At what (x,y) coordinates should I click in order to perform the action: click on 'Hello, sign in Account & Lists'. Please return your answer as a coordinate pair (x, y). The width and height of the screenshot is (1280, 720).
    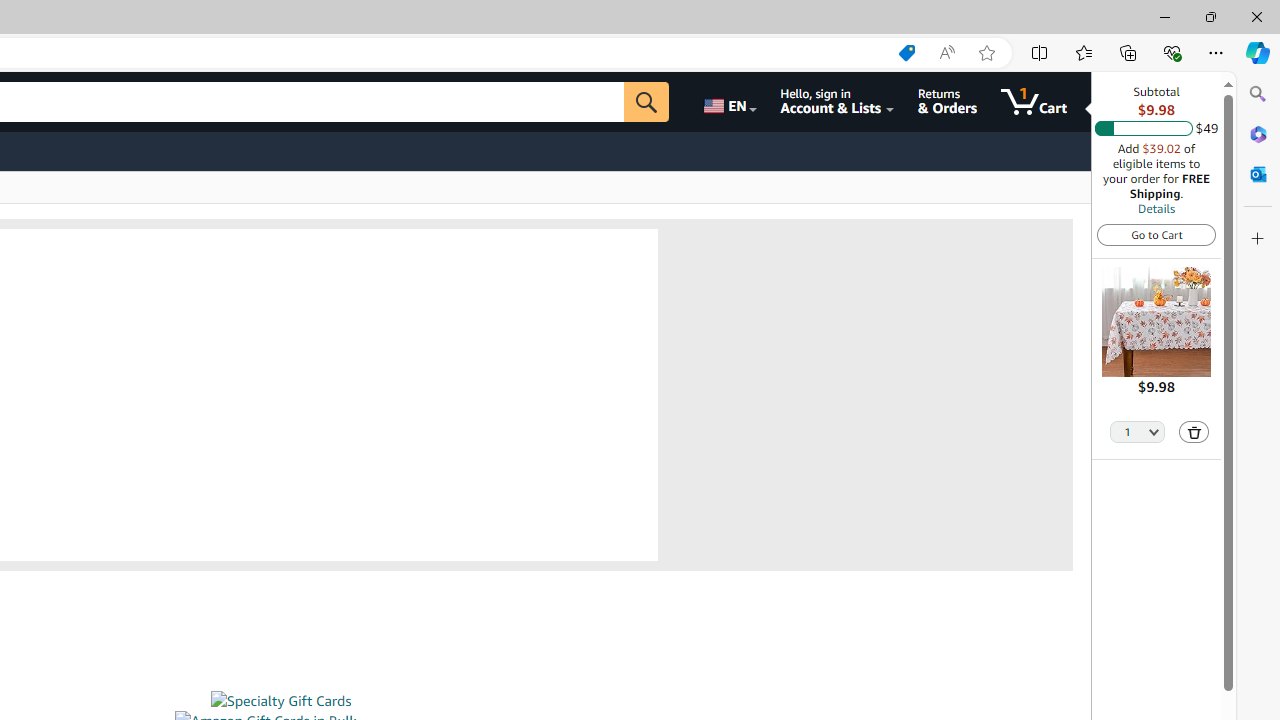
    Looking at the image, I should click on (837, 101).